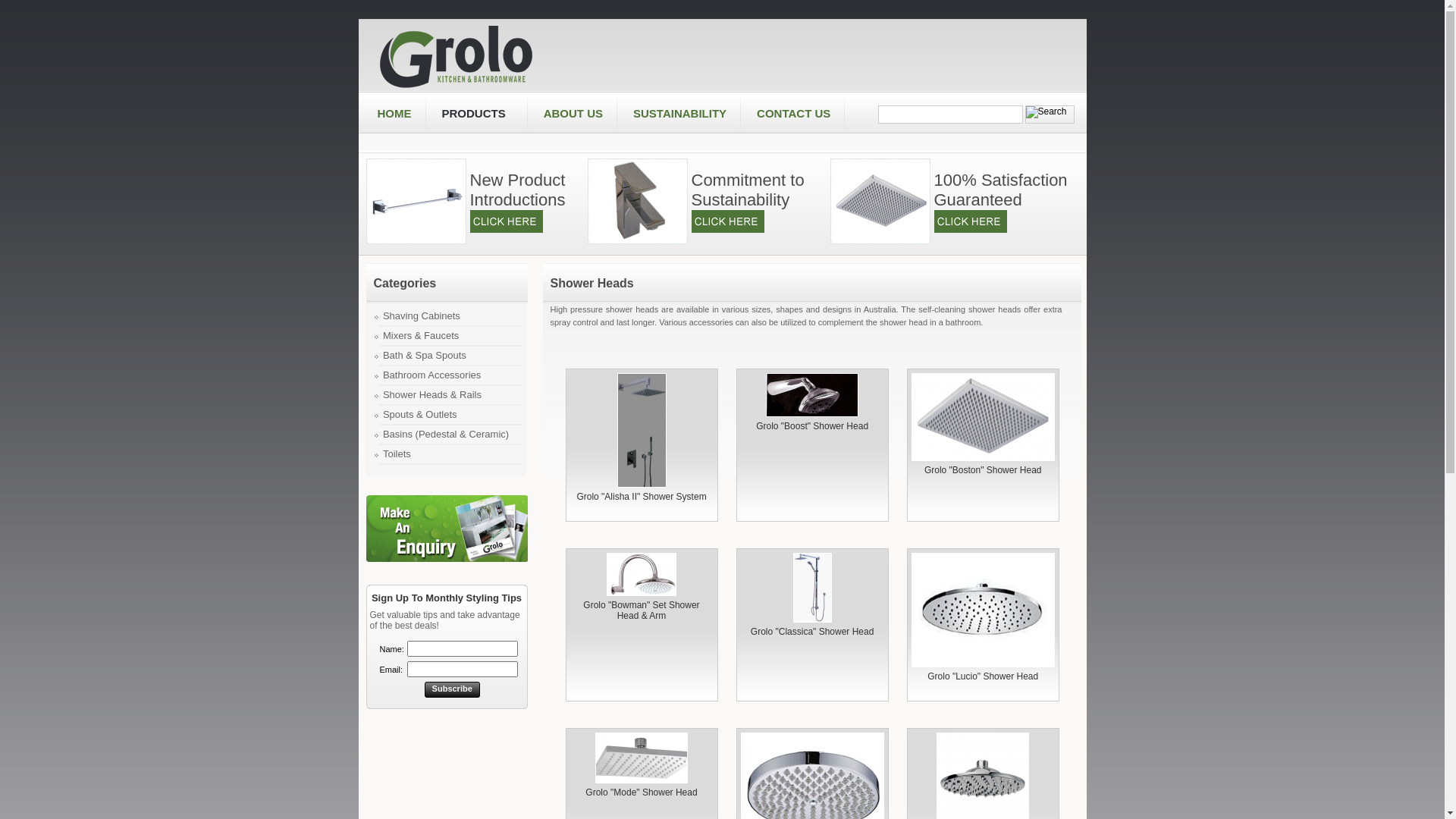 The height and width of the screenshot is (819, 1456). I want to click on 'Subscribe', so click(451, 689).